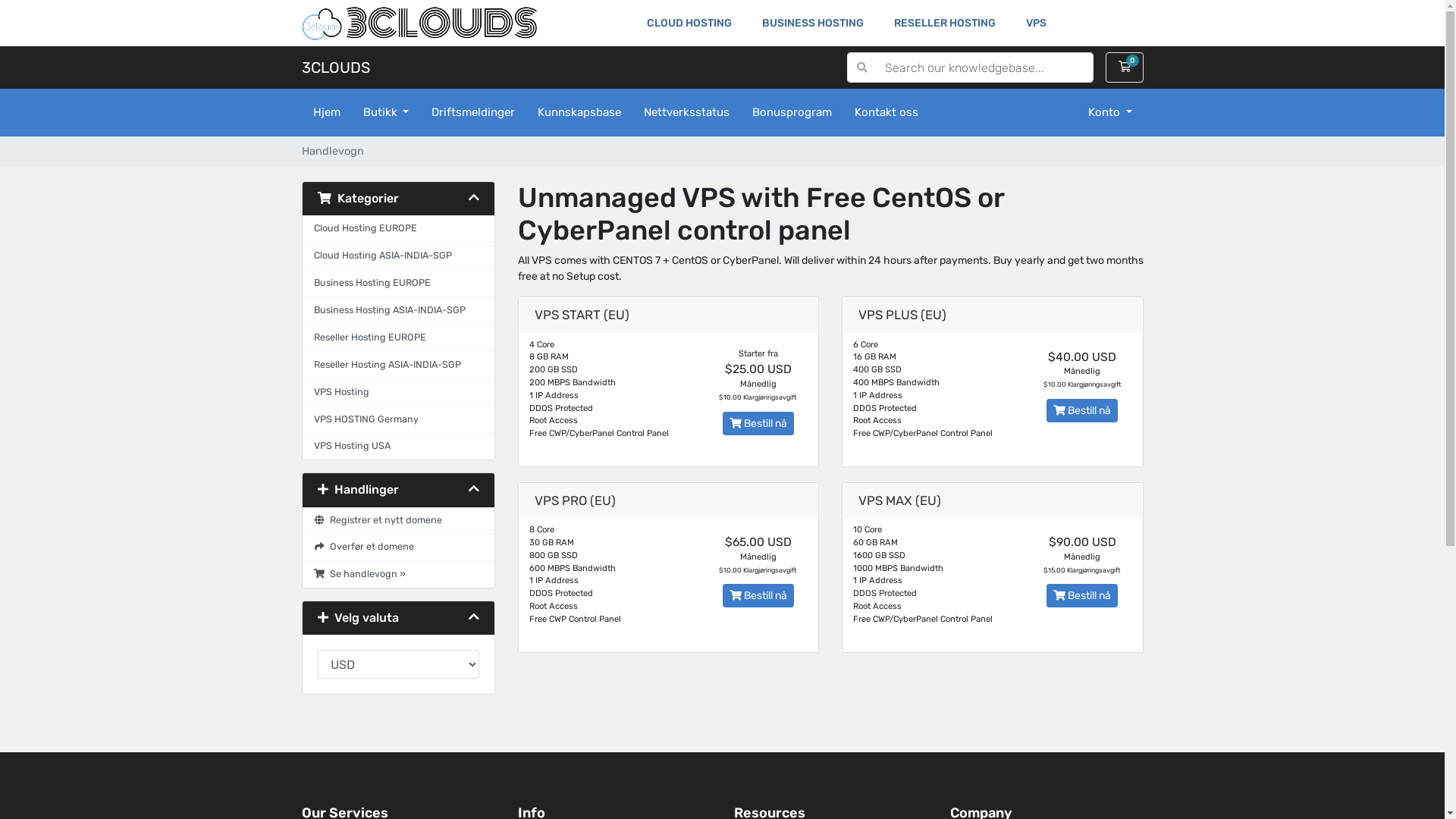 The image size is (1456, 819). What do you see at coordinates (397, 366) in the screenshot?
I see `'Reseller Hosting ASIA-INDIA-SGP'` at bounding box center [397, 366].